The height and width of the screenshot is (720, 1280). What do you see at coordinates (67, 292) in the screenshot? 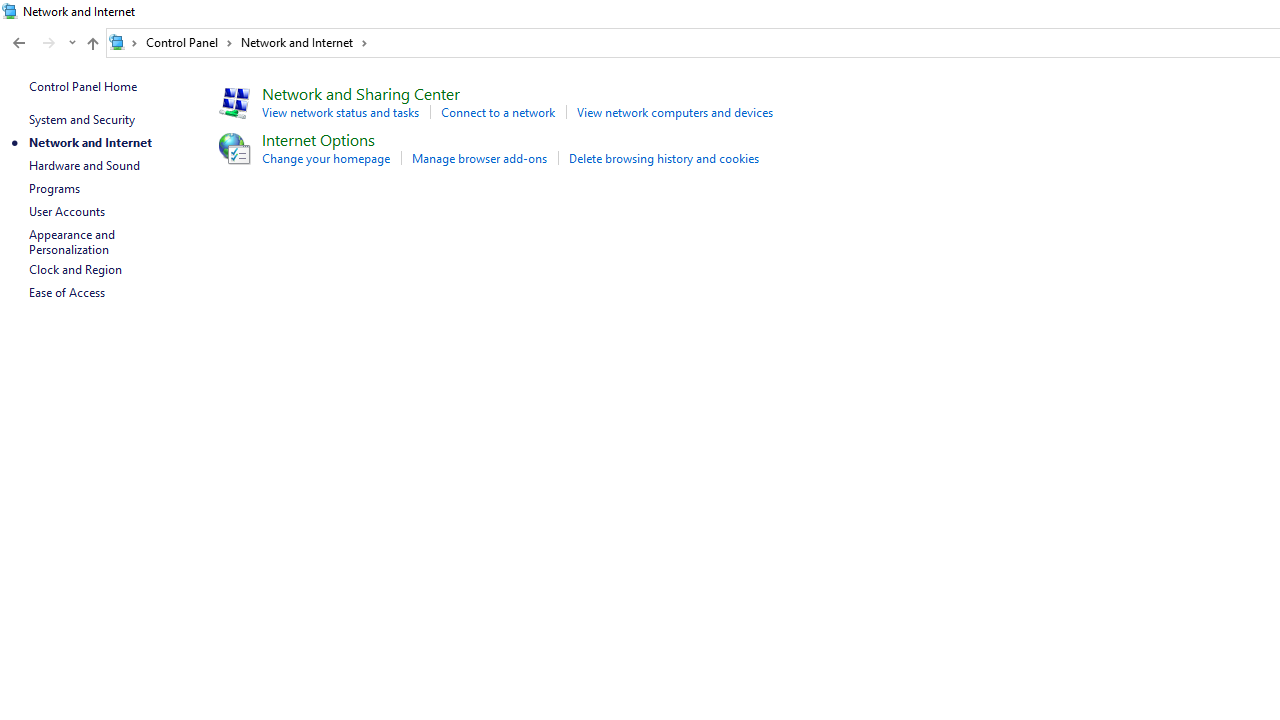
I see `'Ease of Access'` at bounding box center [67, 292].